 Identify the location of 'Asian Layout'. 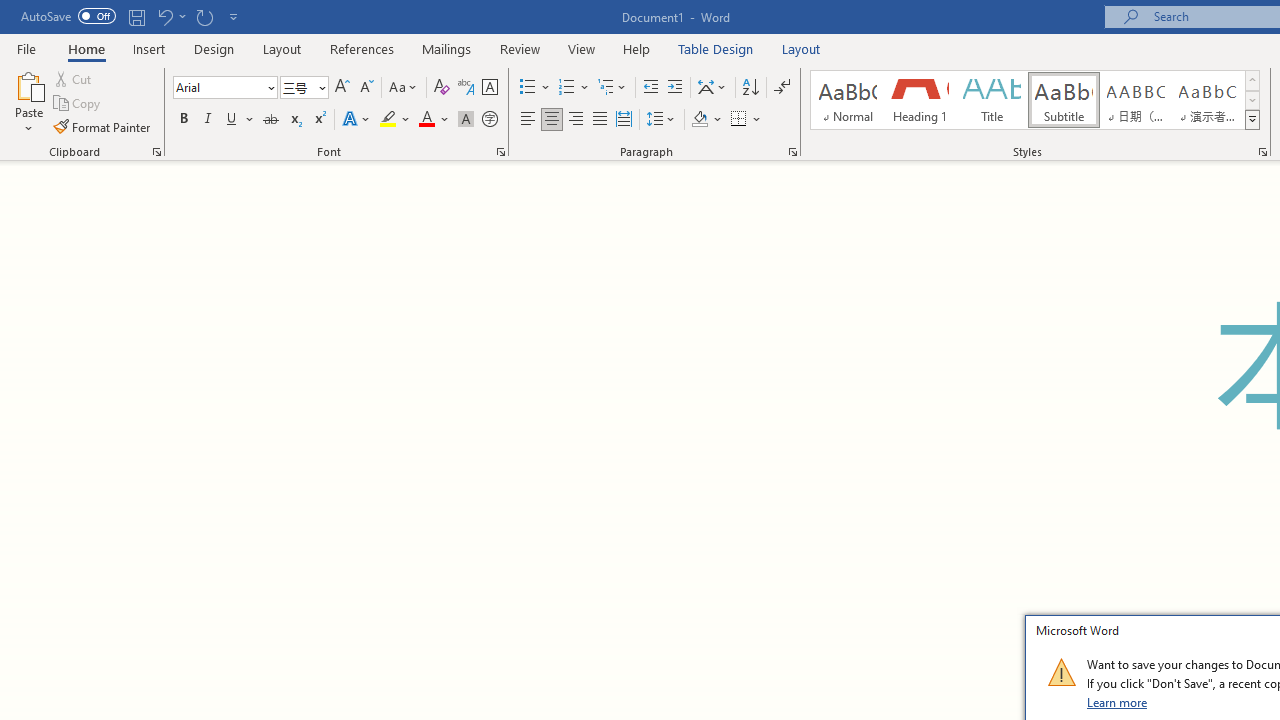
(712, 86).